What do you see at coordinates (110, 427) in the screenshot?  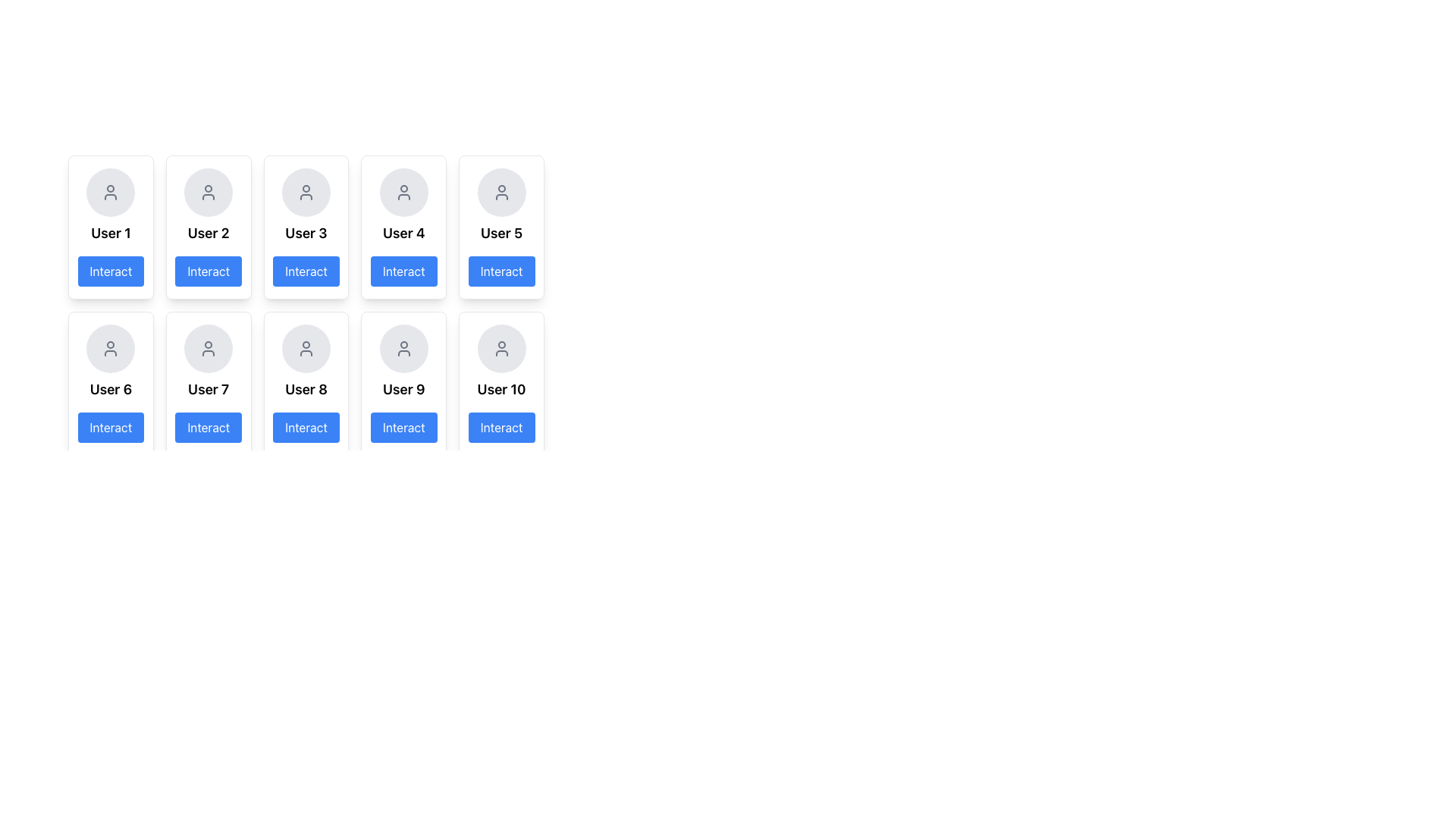 I see `the interaction button located at the bottom of the card representing 'User 6' in the second row, first column to observe the hover effect` at bounding box center [110, 427].